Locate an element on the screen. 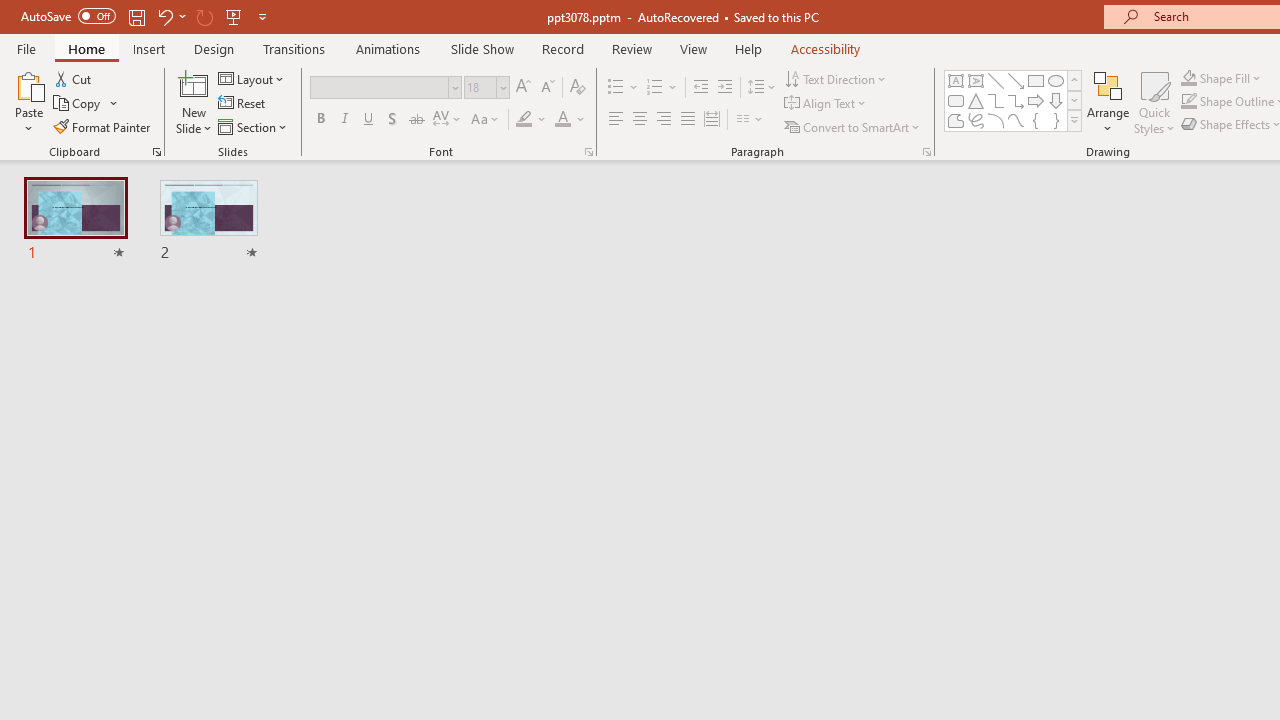 This screenshot has width=1280, height=720. 'Center' is located at coordinates (640, 119).